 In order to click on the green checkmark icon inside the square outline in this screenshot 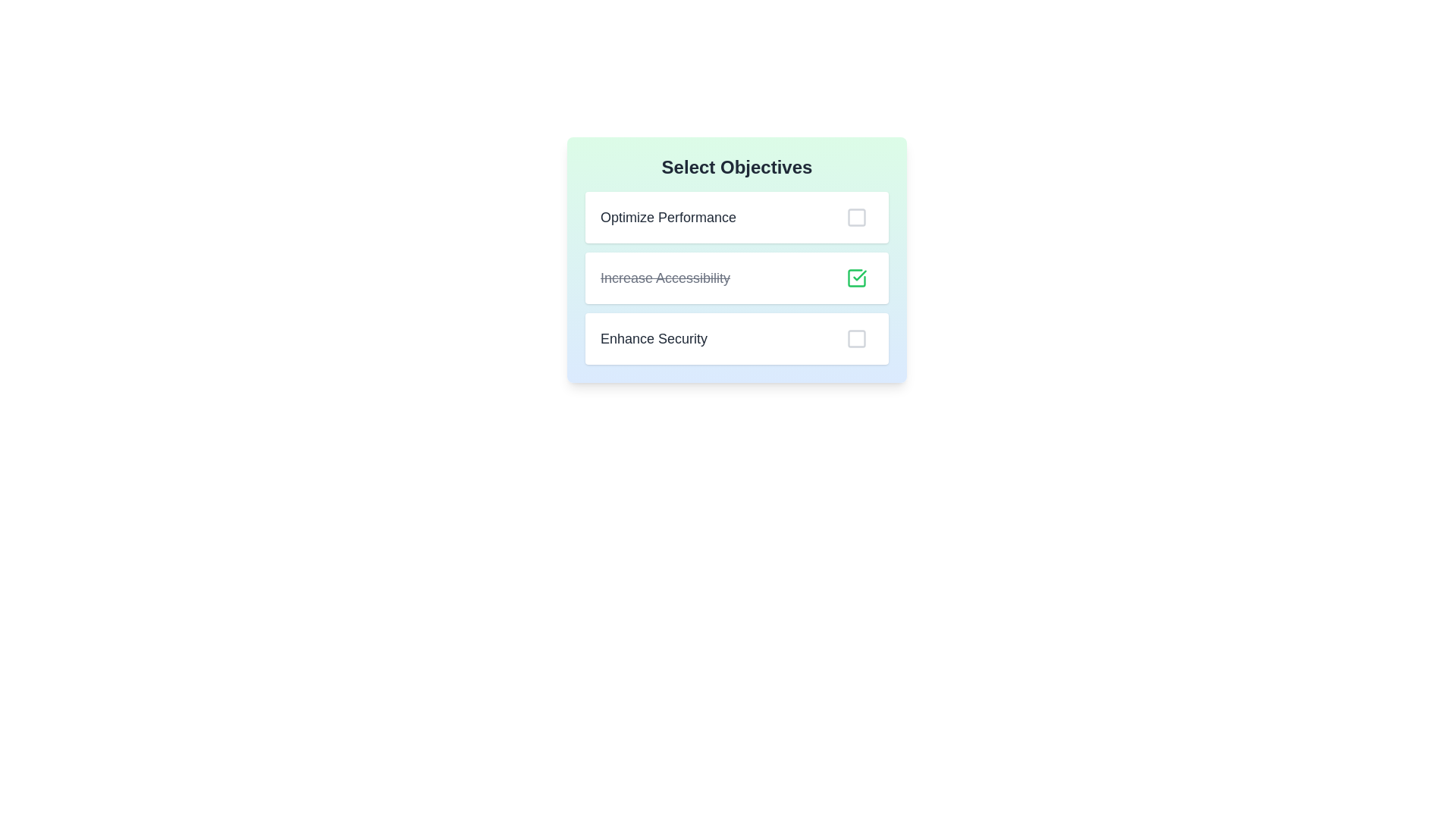, I will do `click(856, 278)`.